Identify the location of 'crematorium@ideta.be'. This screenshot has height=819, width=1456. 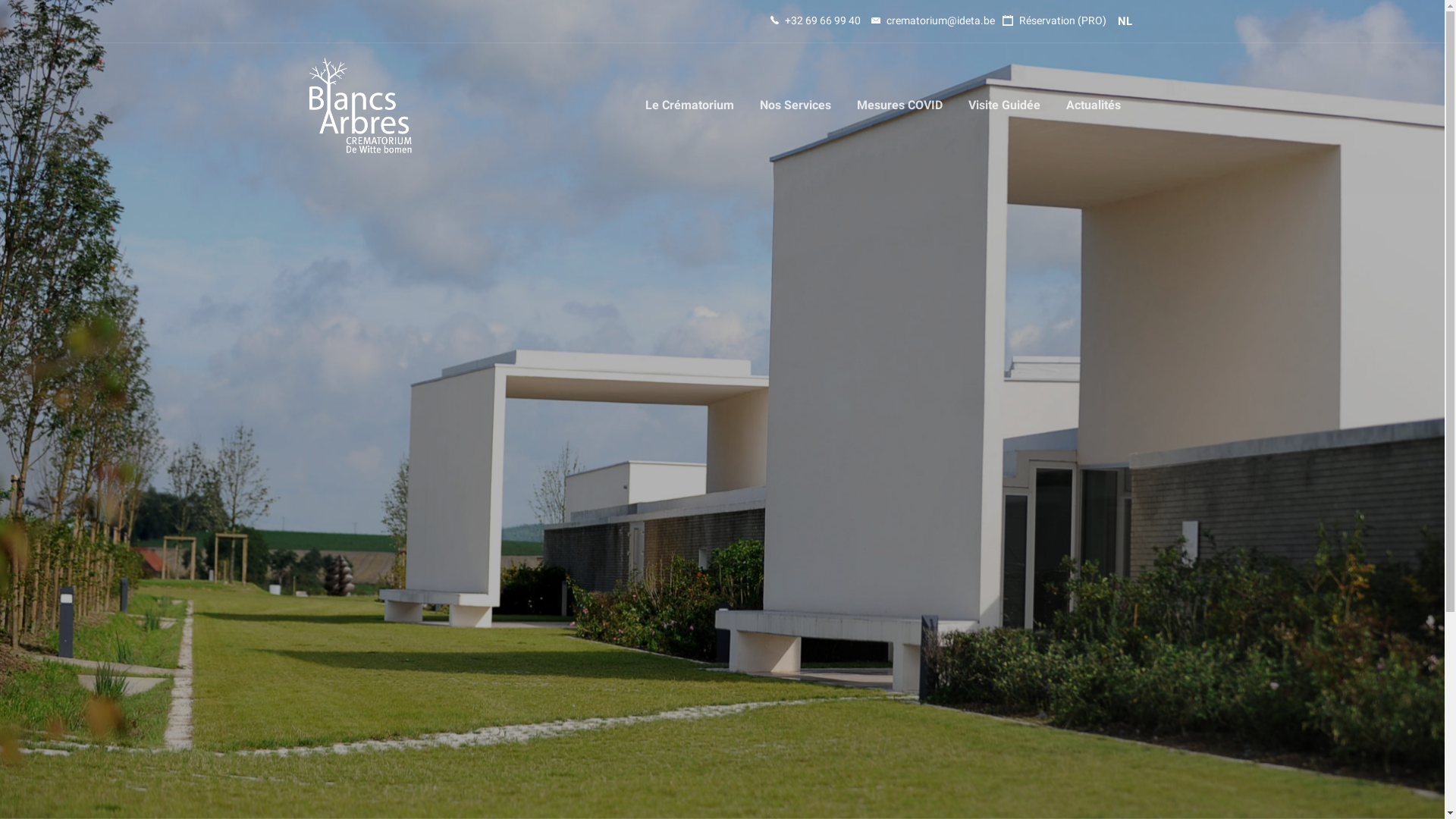
(532, 696).